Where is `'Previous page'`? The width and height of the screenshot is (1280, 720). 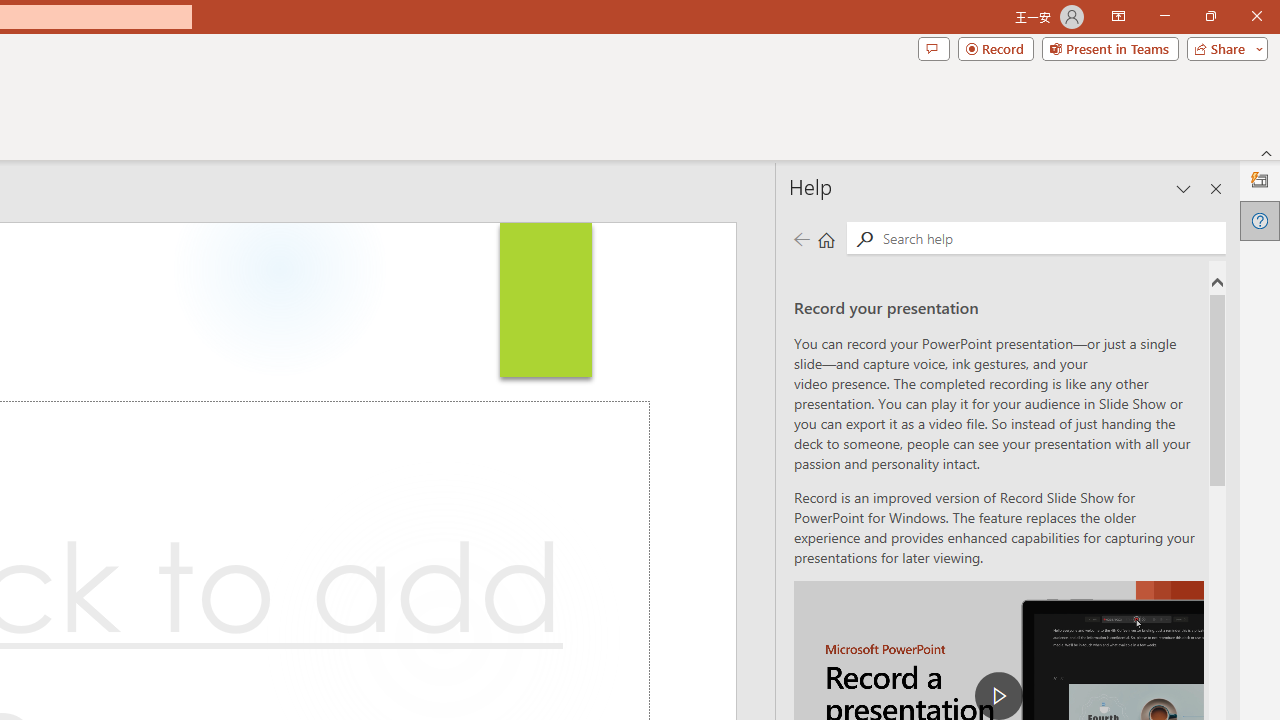
'Previous page' is located at coordinates (801, 238).